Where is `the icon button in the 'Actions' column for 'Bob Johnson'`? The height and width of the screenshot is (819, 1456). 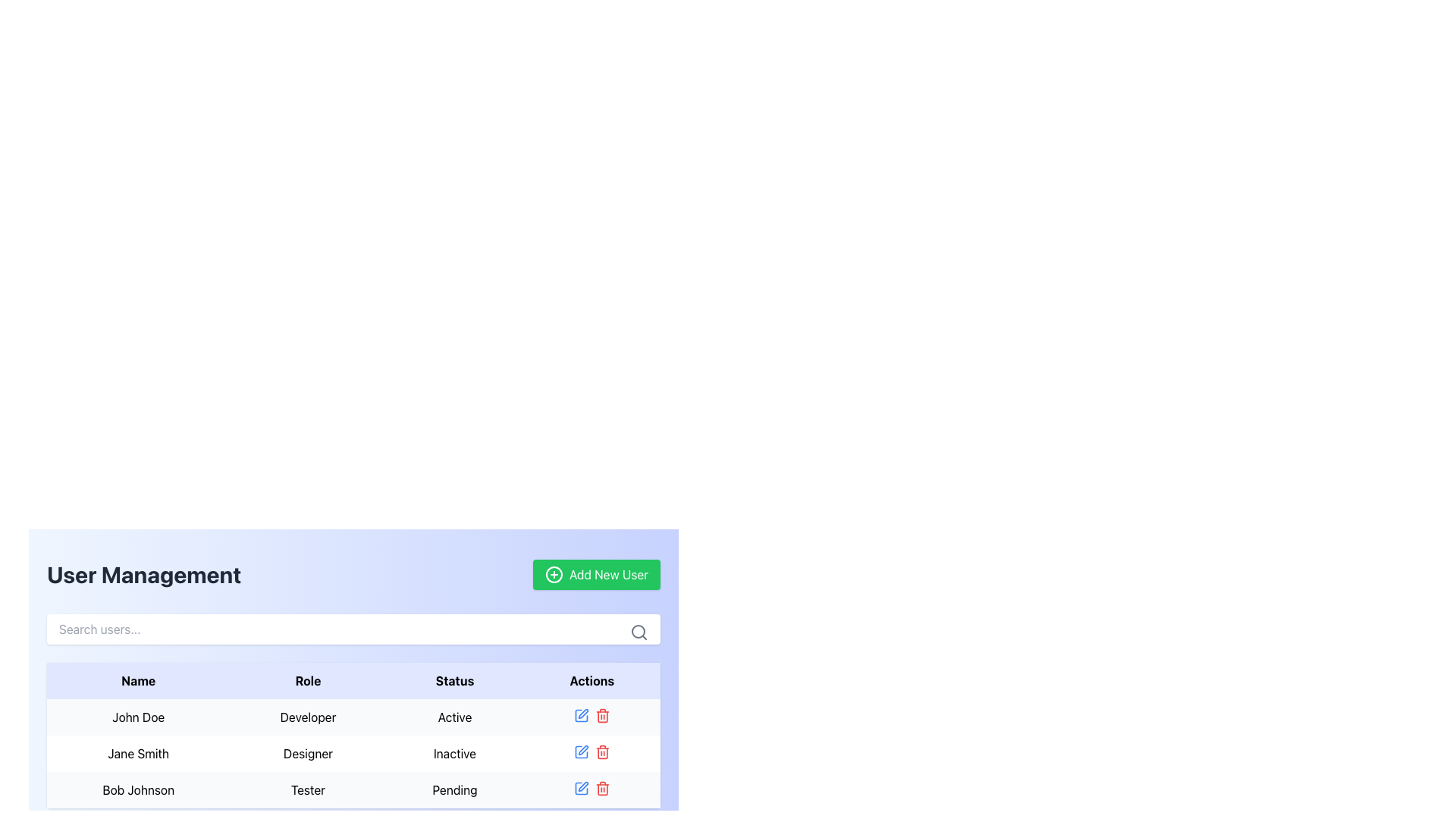 the icon button in the 'Actions' column for 'Bob Johnson' is located at coordinates (601, 788).